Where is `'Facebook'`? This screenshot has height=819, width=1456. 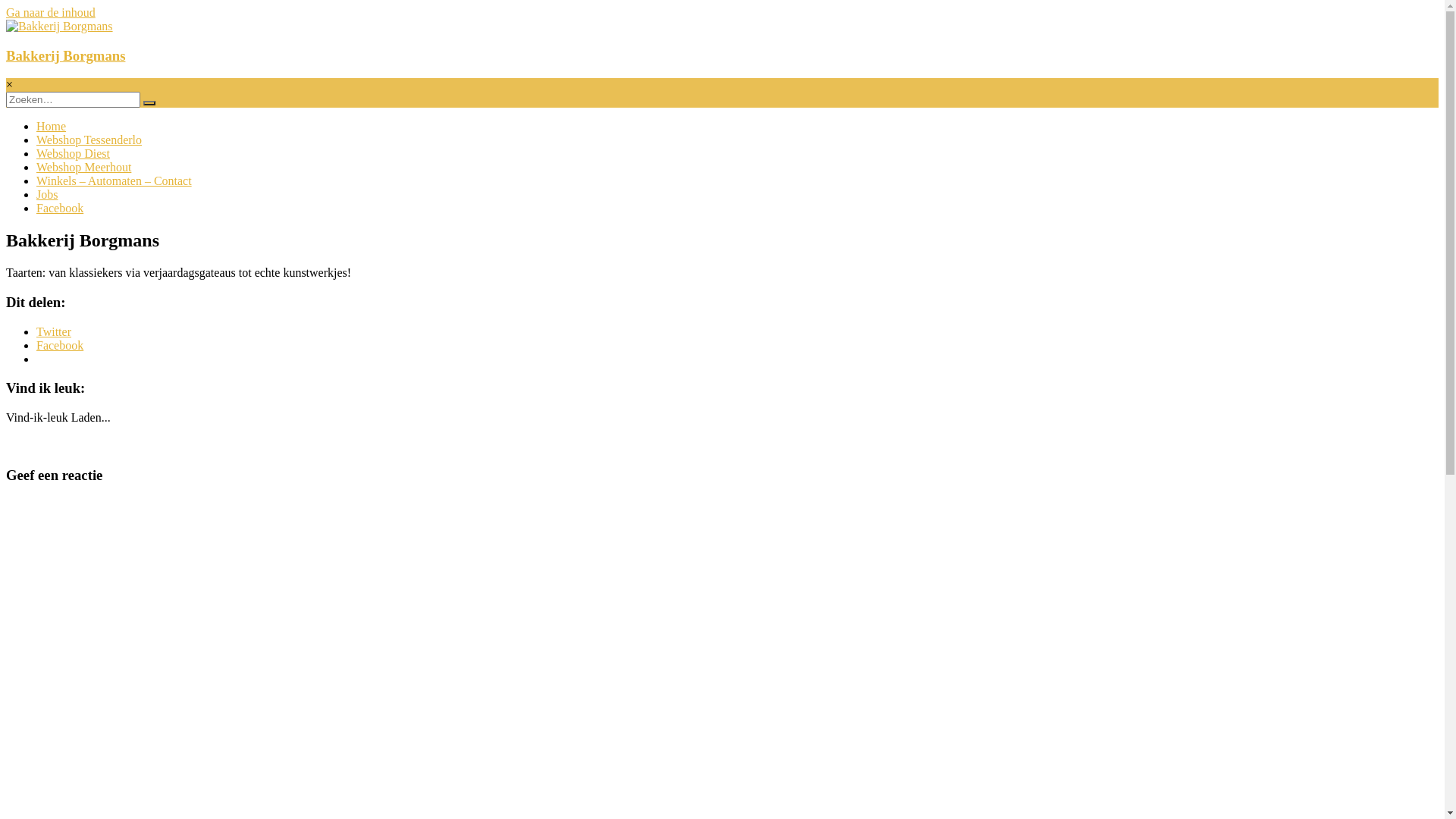 'Facebook' is located at coordinates (59, 345).